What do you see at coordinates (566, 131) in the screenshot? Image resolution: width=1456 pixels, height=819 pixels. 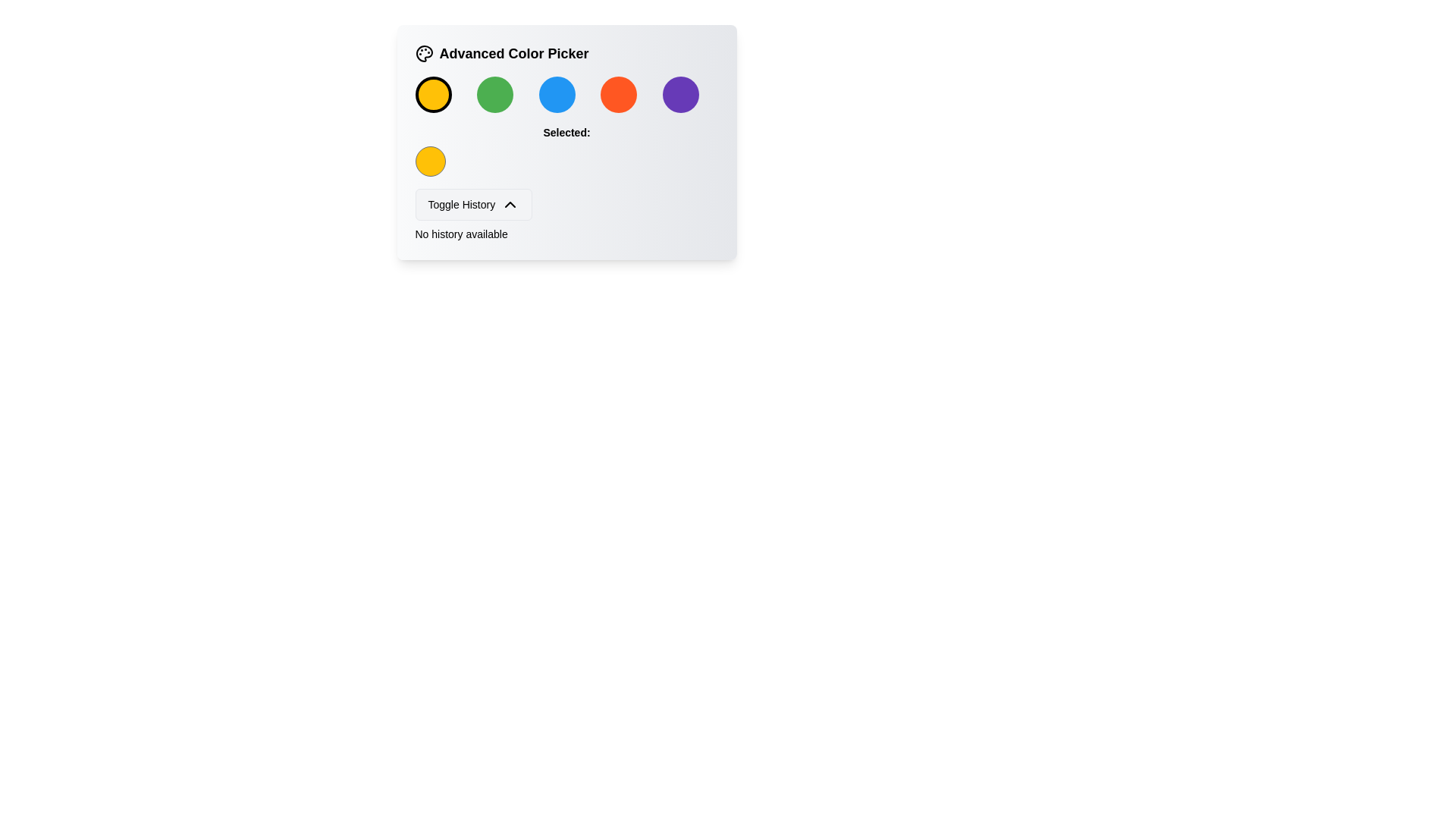 I see `text content of the label indicating the area below displays the selected color, located near the center of the interface beneath a row of circular color icons` at bounding box center [566, 131].